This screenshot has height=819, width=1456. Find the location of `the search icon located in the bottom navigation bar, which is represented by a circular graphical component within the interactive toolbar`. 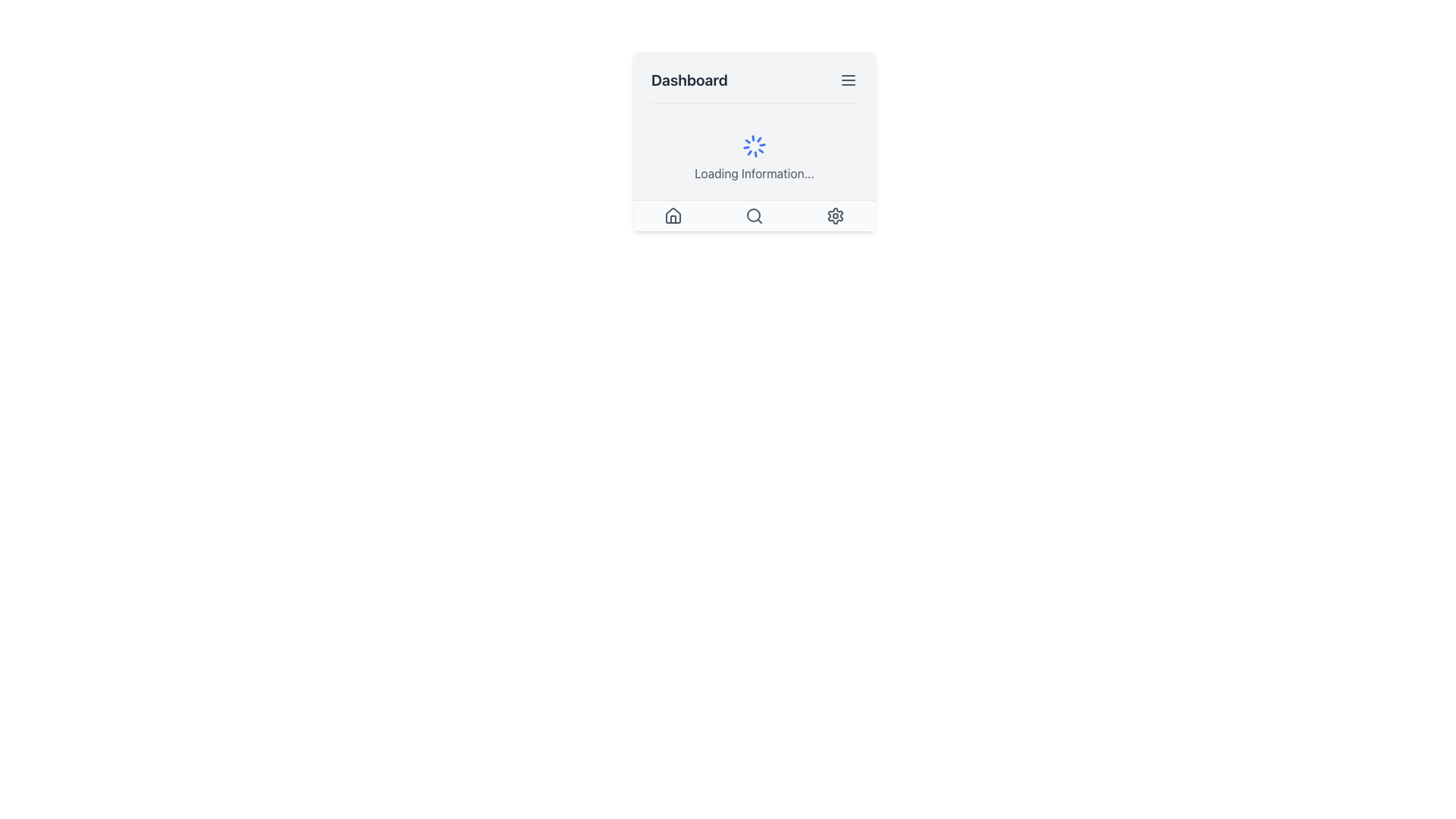

the search icon located in the bottom navigation bar, which is represented by a circular graphical component within the interactive toolbar is located at coordinates (753, 215).